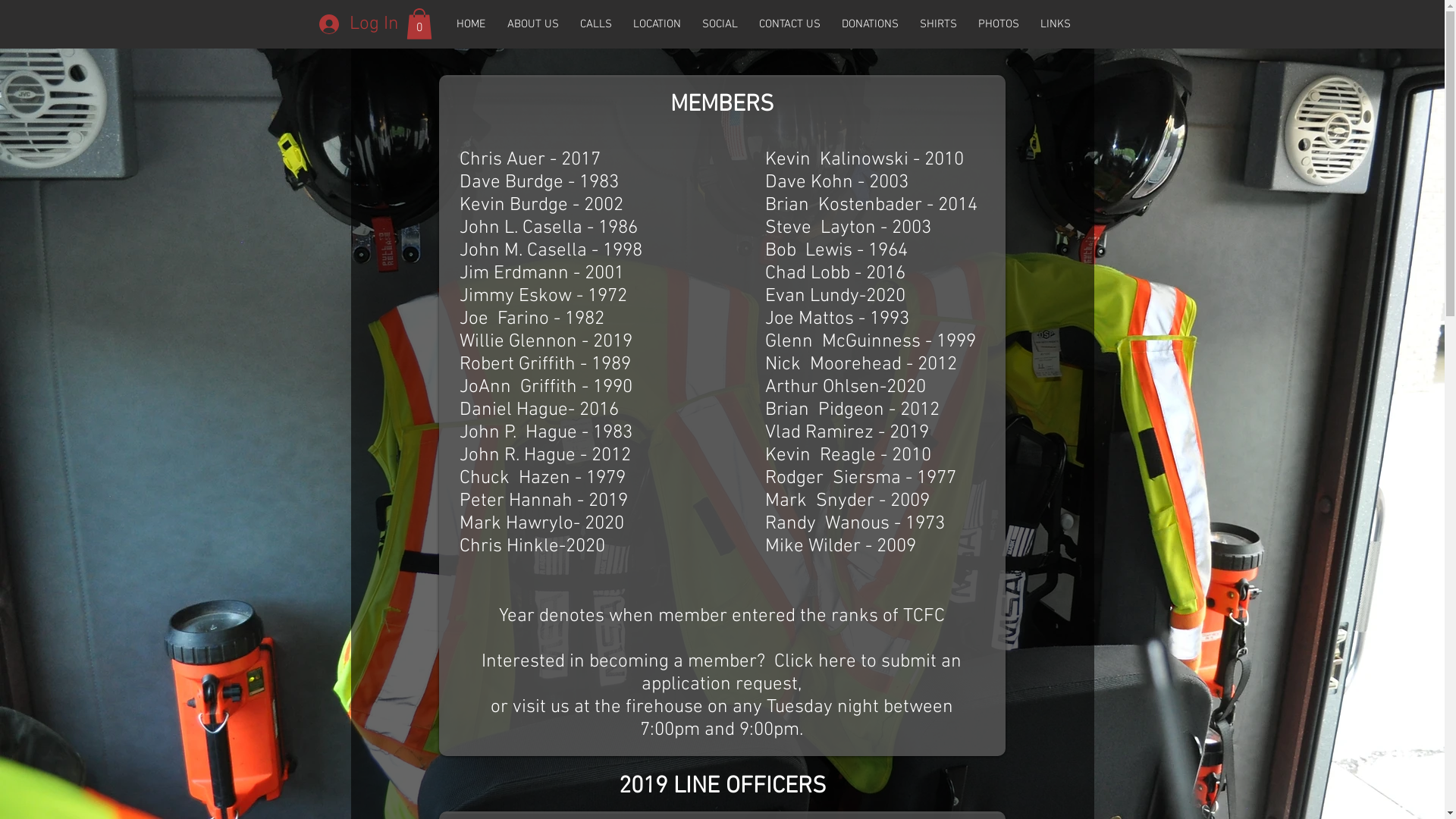 The width and height of the screenshot is (1456, 819). Describe the element at coordinates (937, 24) in the screenshot. I see `'SHIRTS'` at that location.